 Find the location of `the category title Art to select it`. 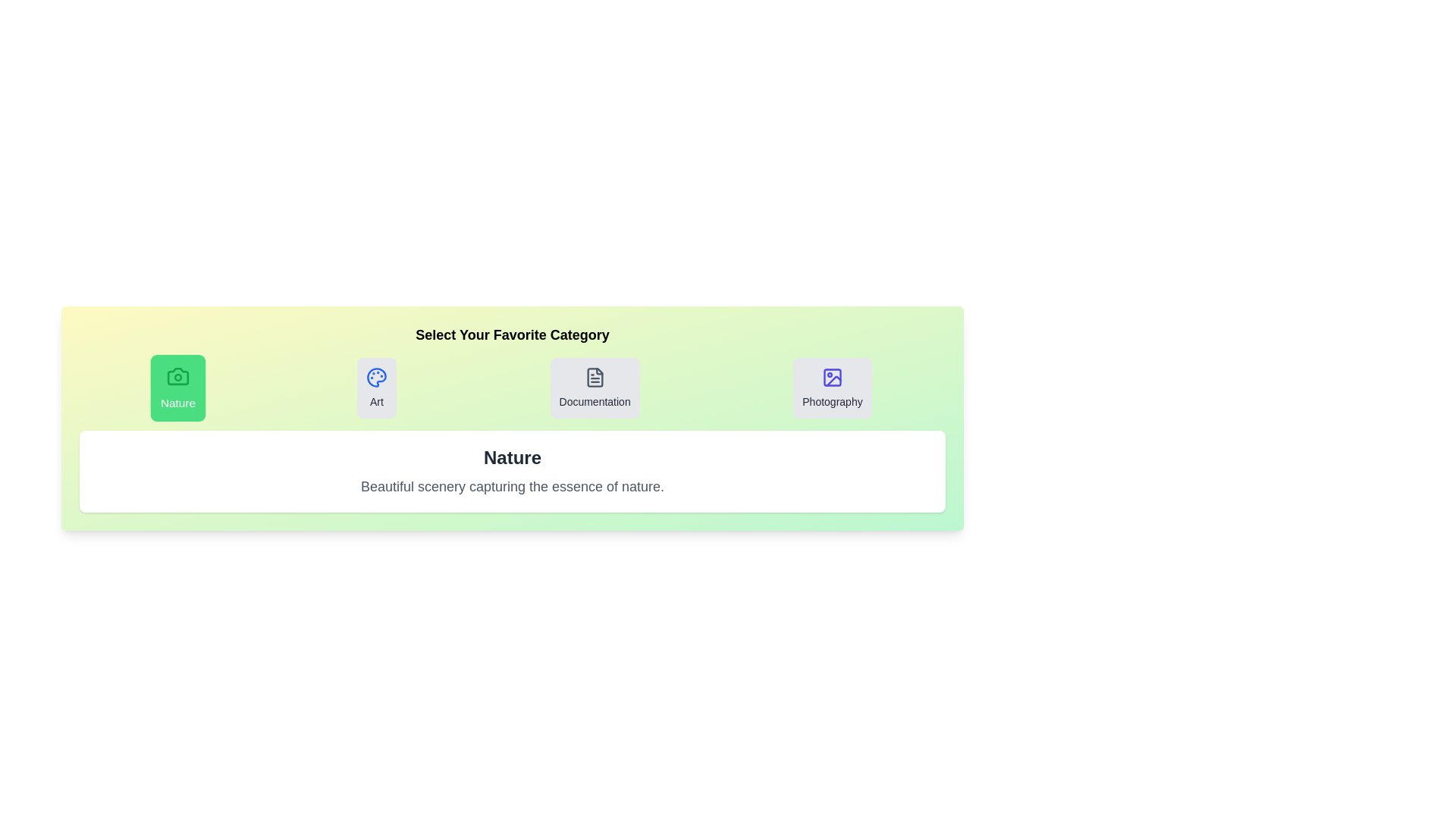

the category title Art to select it is located at coordinates (375, 388).